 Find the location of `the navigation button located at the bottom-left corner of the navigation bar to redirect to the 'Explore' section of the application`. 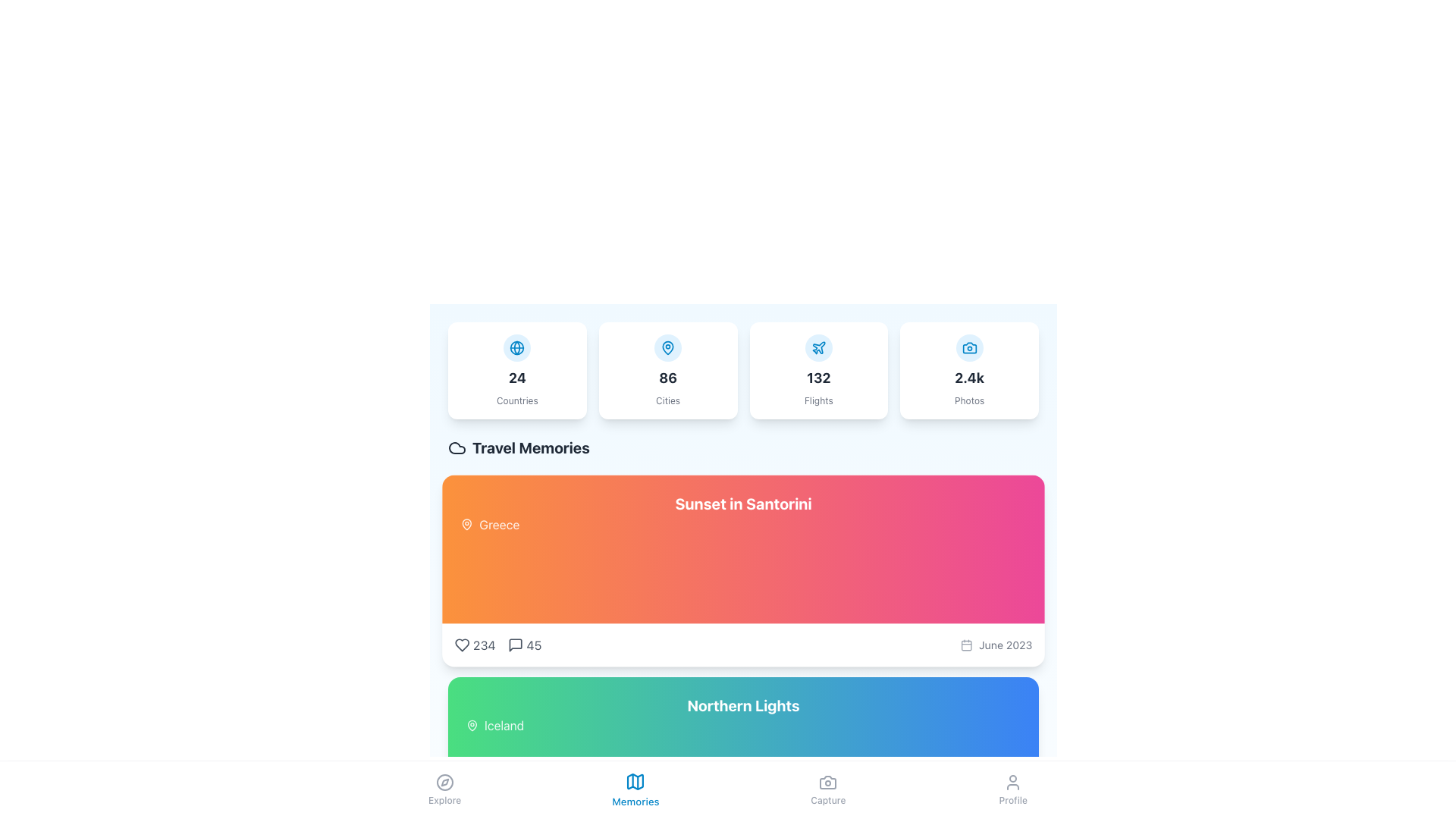

the navigation button located at the bottom-left corner of the navigation bar to redirect to the 'Explore' section of the application is located at coordinates (444, 789).